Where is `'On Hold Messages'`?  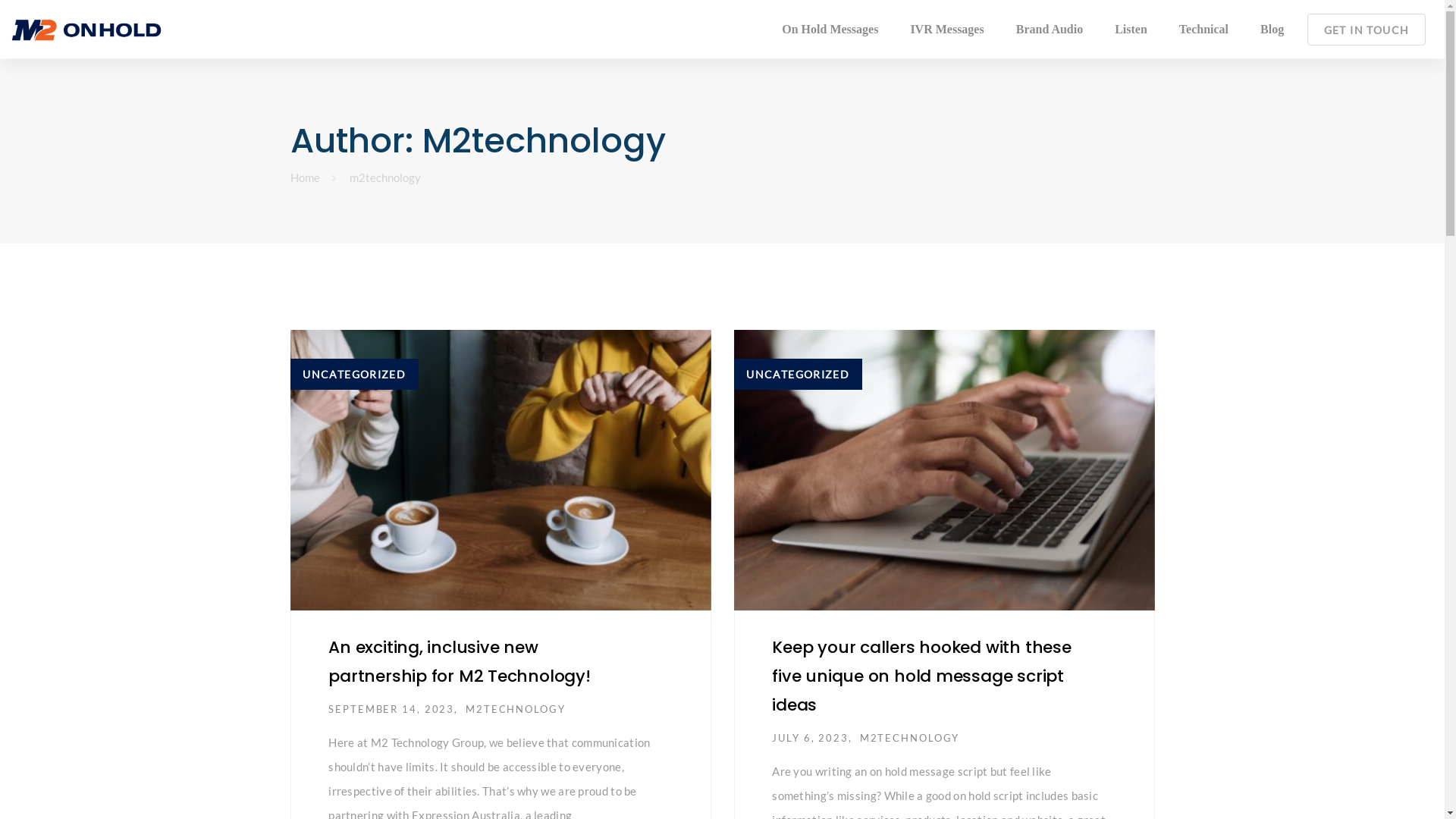 'On Hold Messages' is located at coordinates (829, 29).